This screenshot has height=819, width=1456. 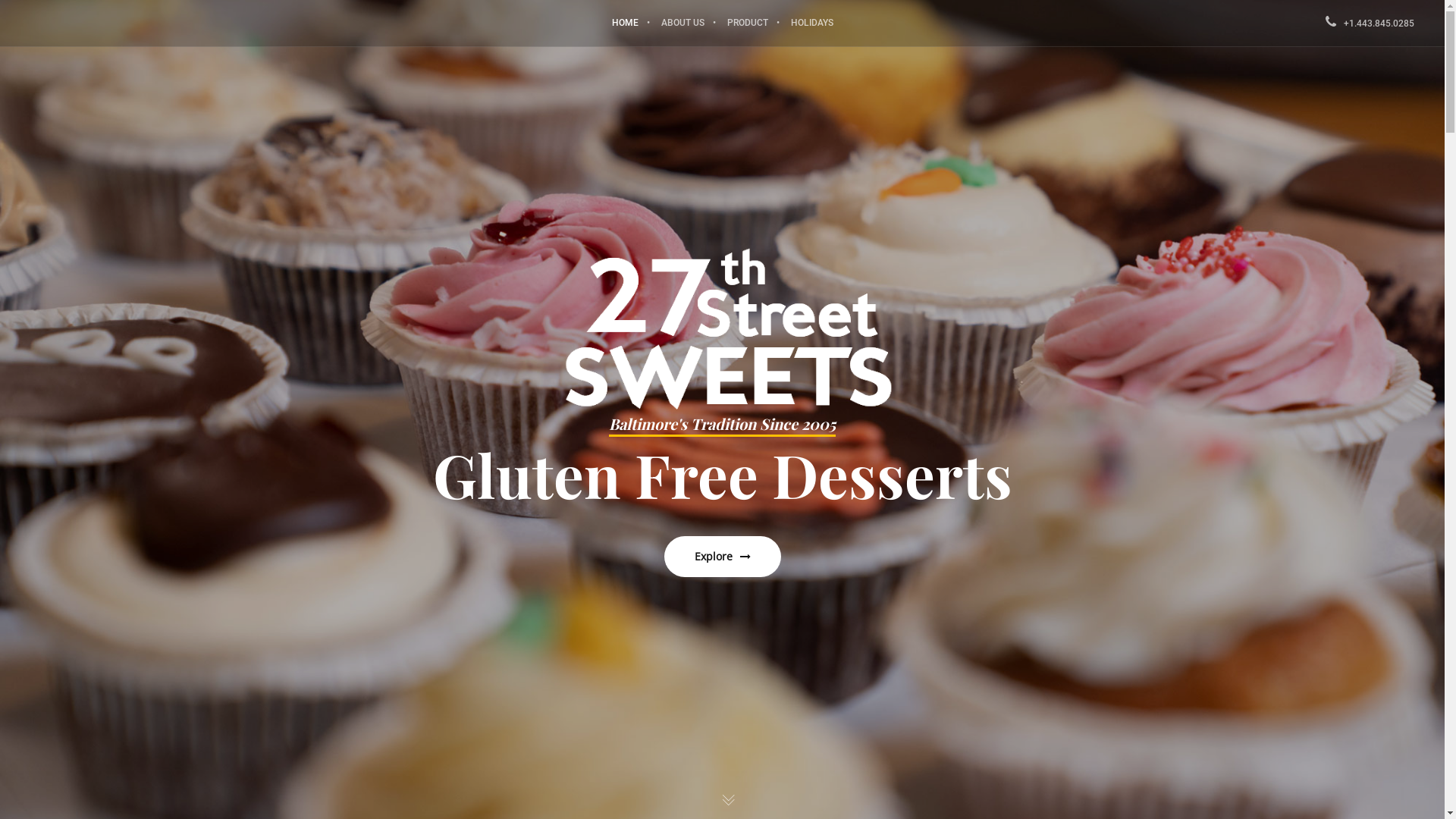 I want to click on 'HOLIDAYS', so click(x=811, y=23).